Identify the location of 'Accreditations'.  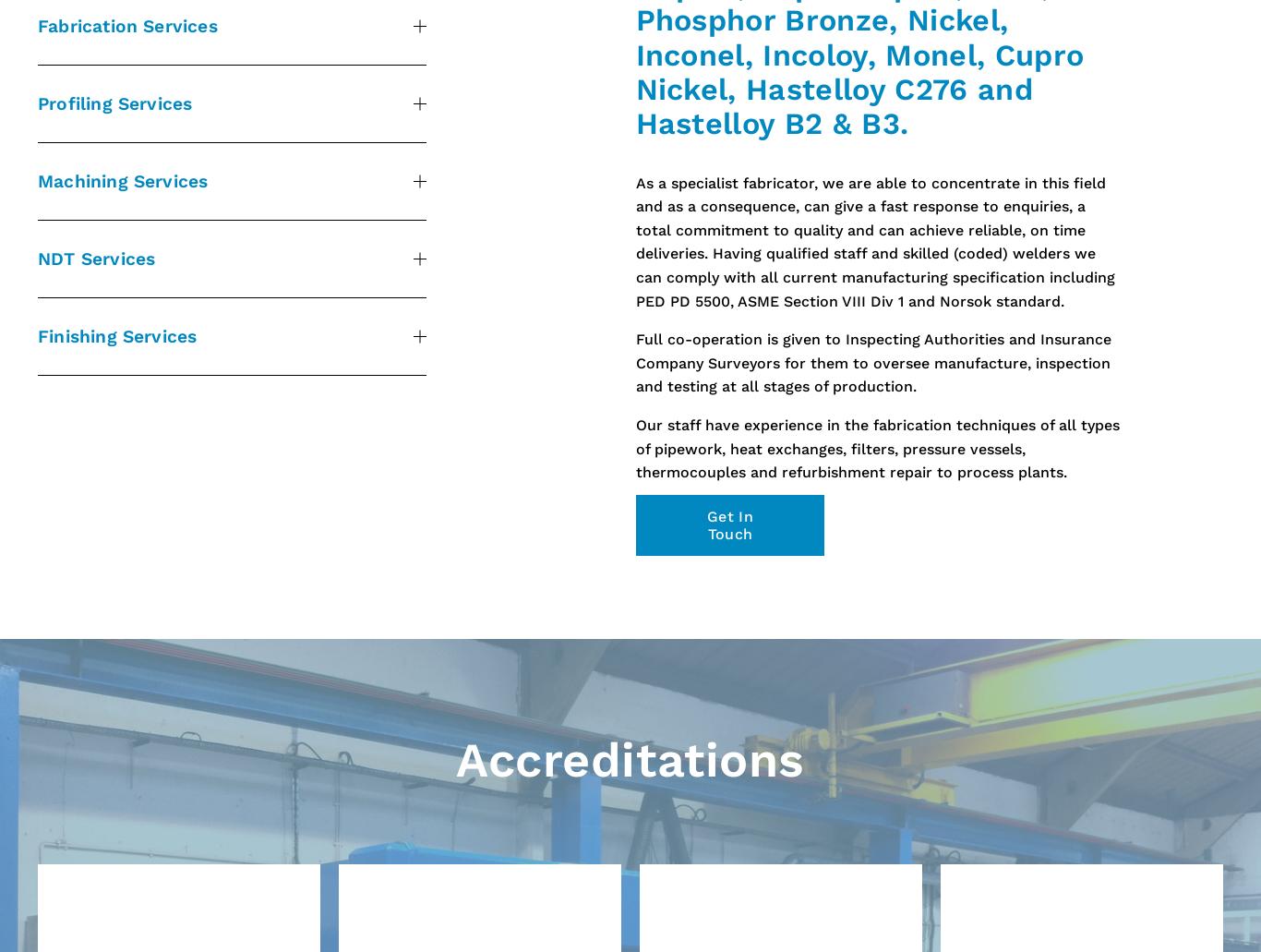
(629, 759).